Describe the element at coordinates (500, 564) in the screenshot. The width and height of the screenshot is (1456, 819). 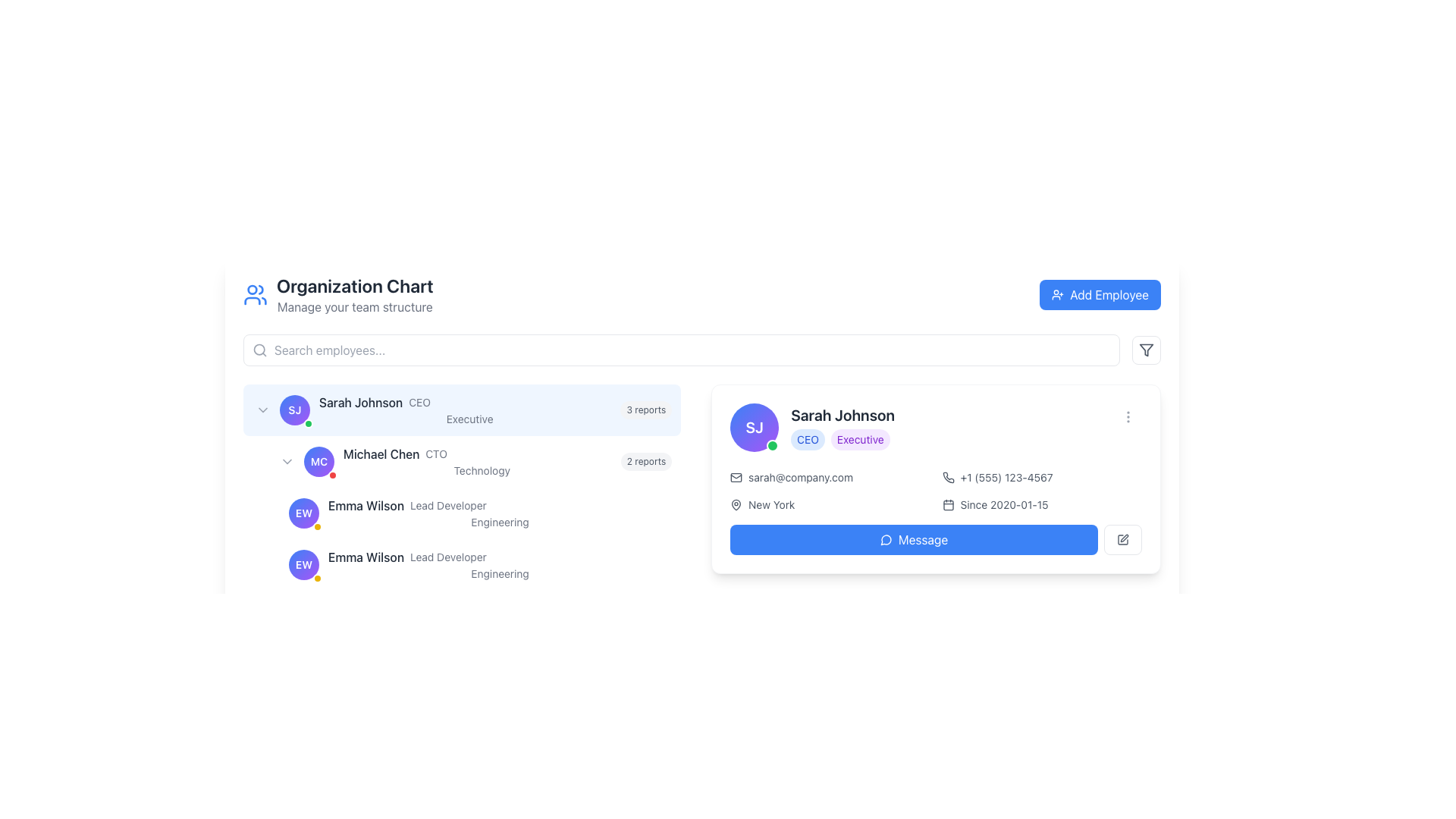
I see `the text label displaying 'Emma Wilson', which includes 'Lead Developer' and 'Engineering', located in the third position under the 'Michael Chen CTO' section` at that location.